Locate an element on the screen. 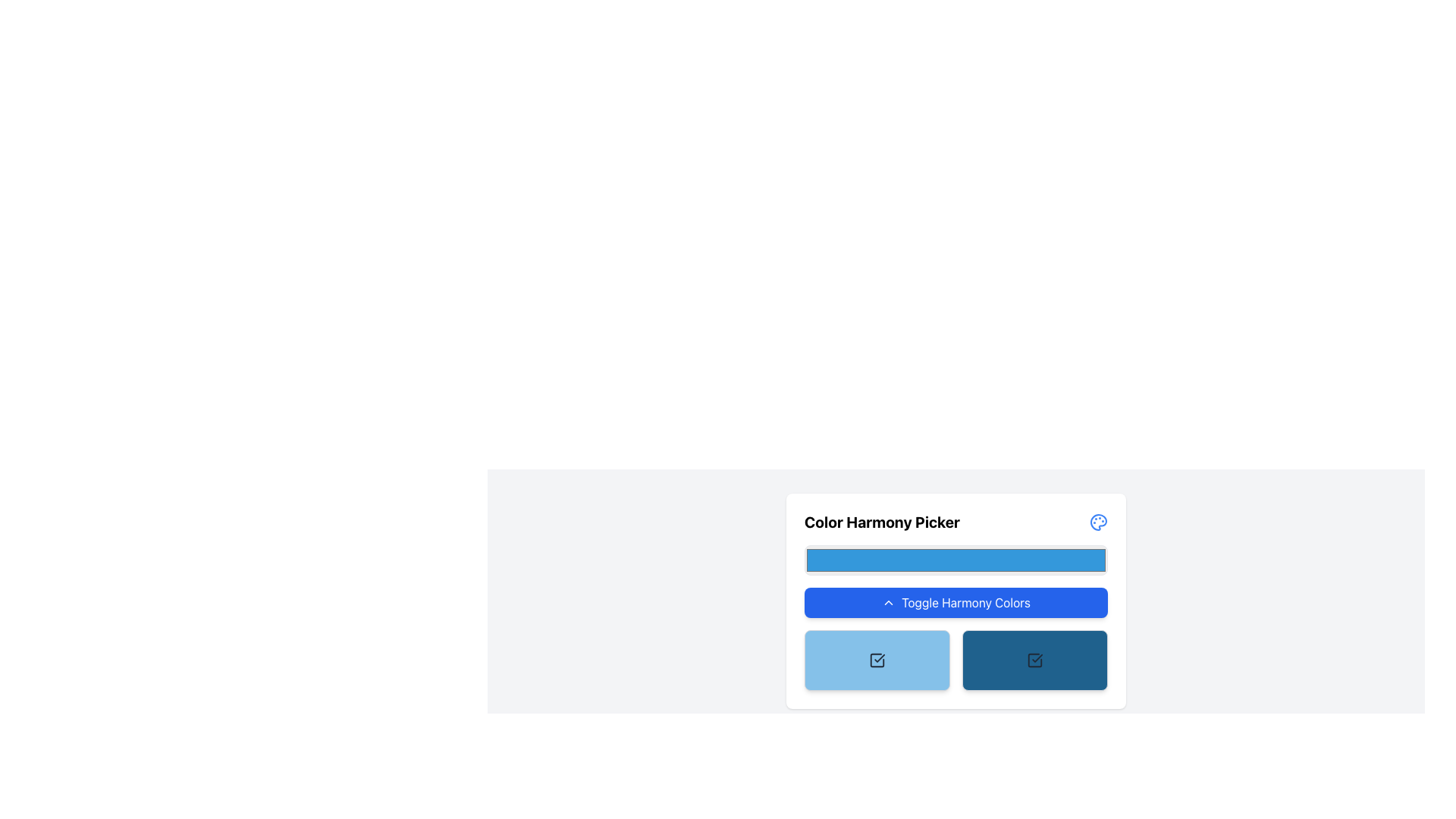  the decorative icon associated with the 'Color Harmony Picker' functionality, located in the top right corner of the card-like component is located at coordinates (1099, 522).